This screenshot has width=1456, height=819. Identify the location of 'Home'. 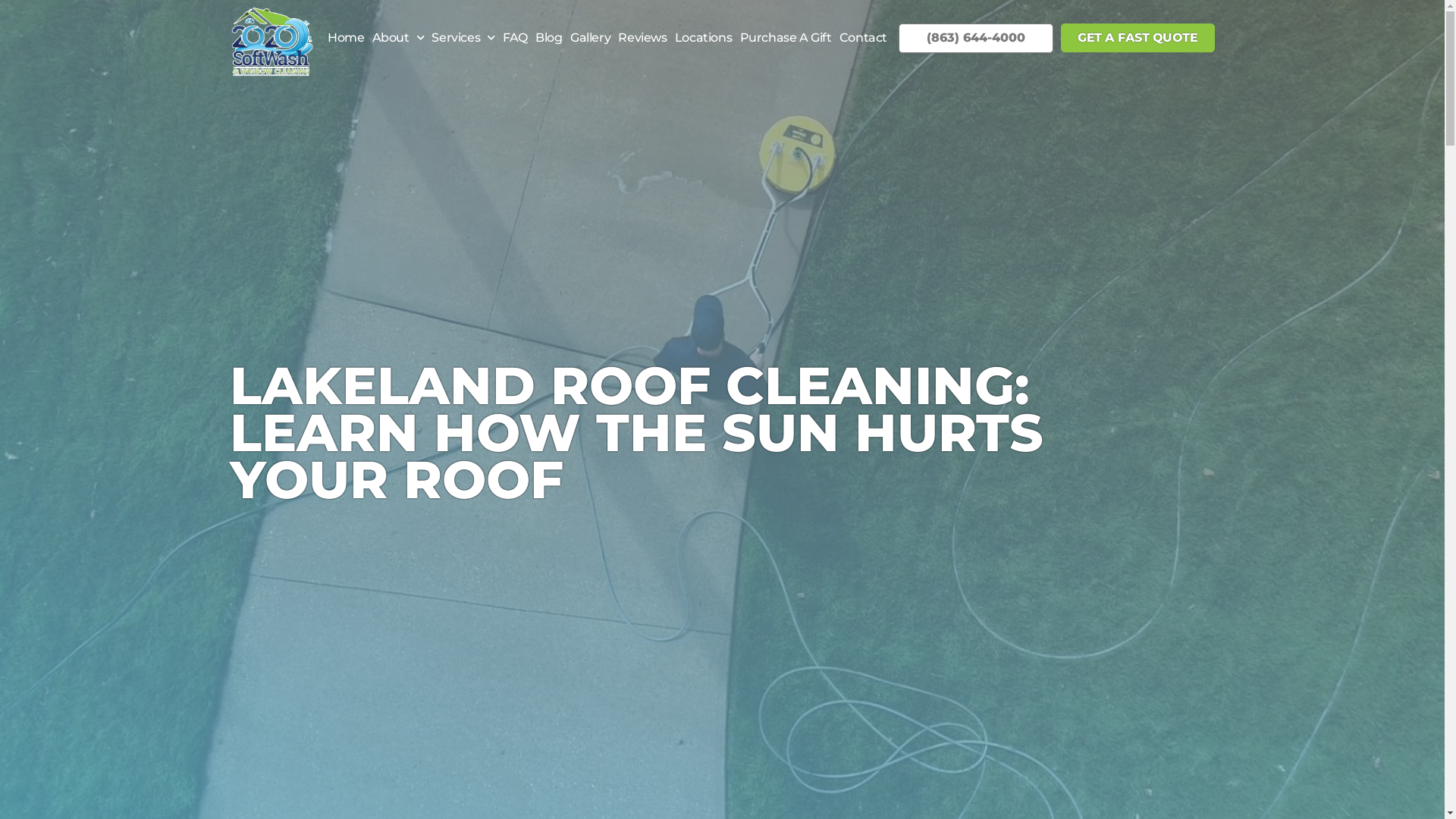
(345, 37).